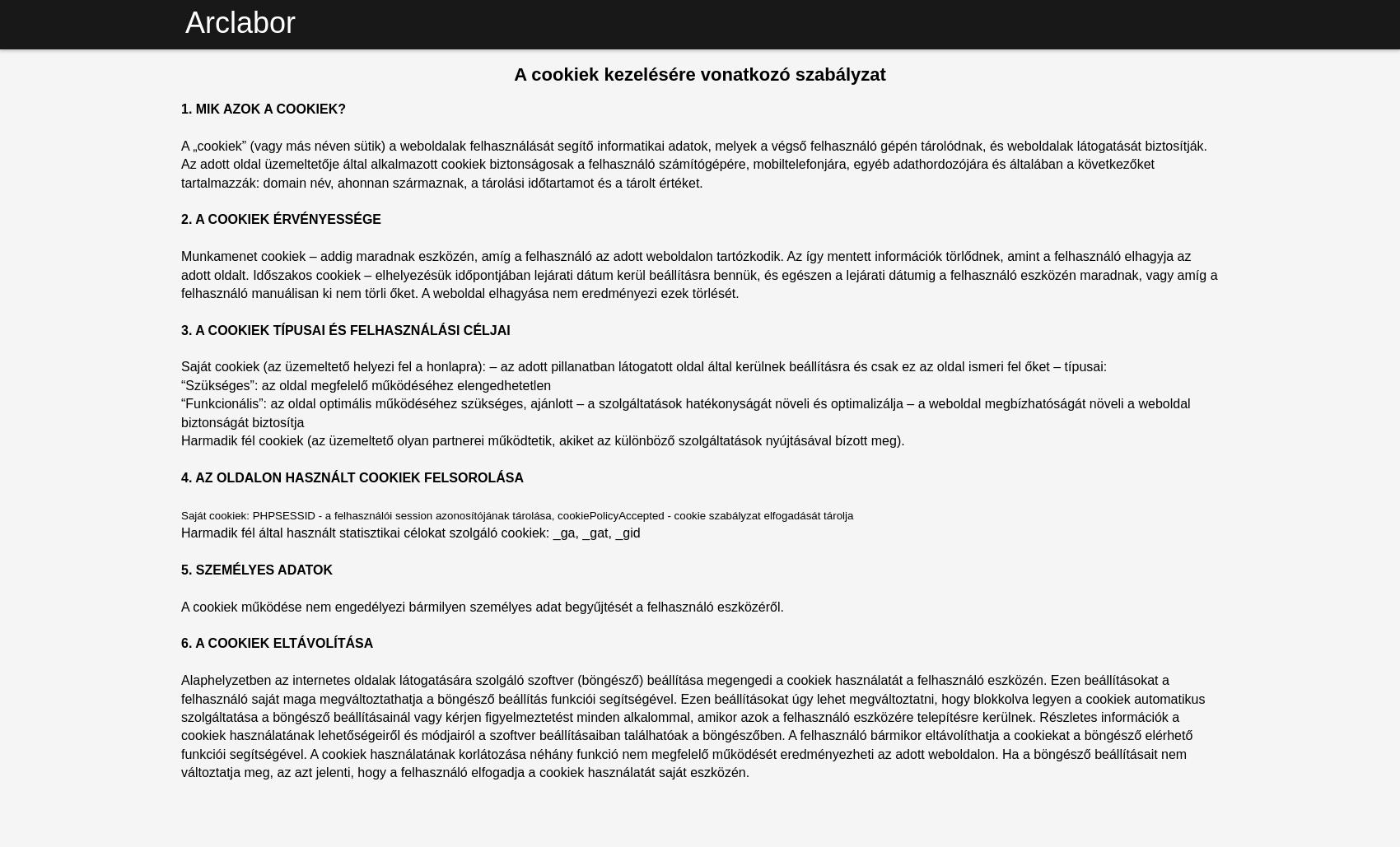 The width and height of the screenshot is (1400, 847). What do you see at coordinates (180, 164) in the screenshot?
I see `'A „cookiek” (vagy más néven sütik) a weboldalak felhasználását segítő informatikai adatok, melyek a végső felhasználó gépén tárolódnak, és weboldalak látogatását biztosítják. Az adott oldal üzemeltetője által alkalmazott cookiek biztonságosak a felhasználó számítógépére, mobiltelefonjára, egyéb adathordozójára és általában a következőket tartalmazzák: domain név, ahonnan származnak, a tárolási időtartamot és a tárolt értéket.'` at bounding box center [180, 164].